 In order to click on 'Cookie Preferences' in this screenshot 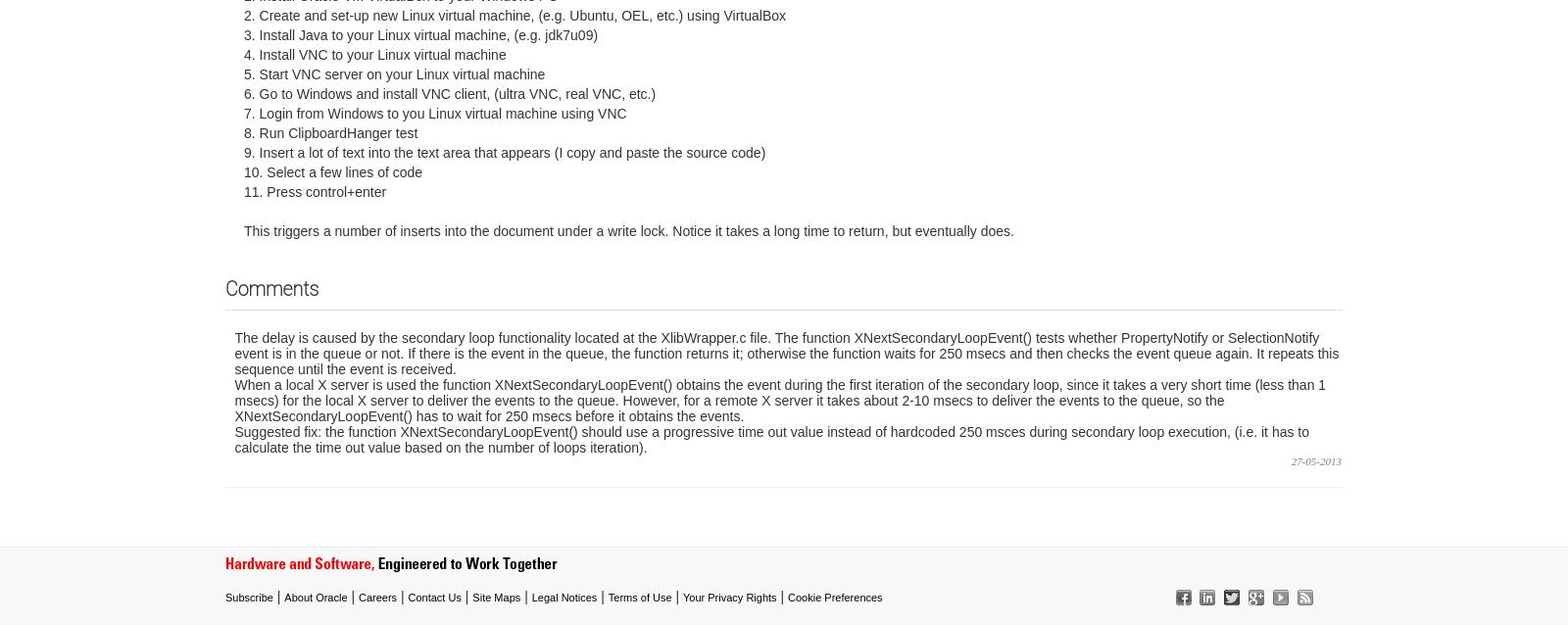, I will do `click(786, 595)`.